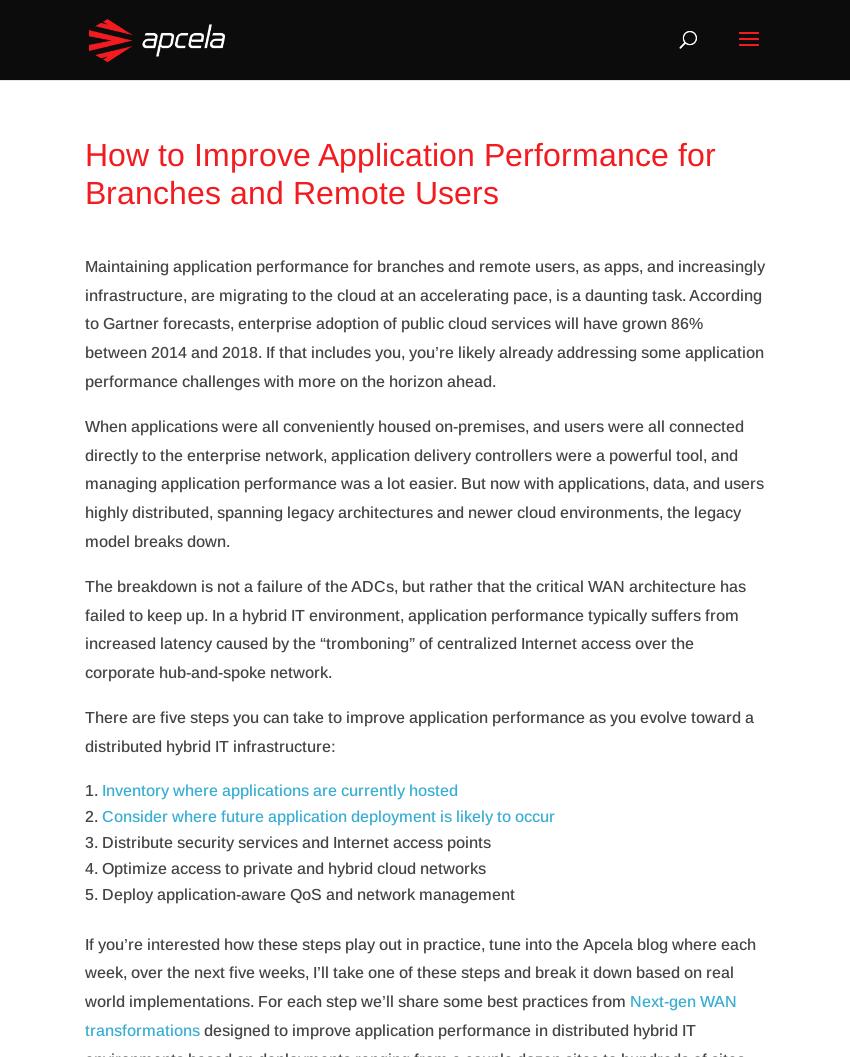  What do you see at coordinates (278, 789) in the screenshot?
I see `'Inventory where applications are currently hosted'` at bounding box center [278, 789].